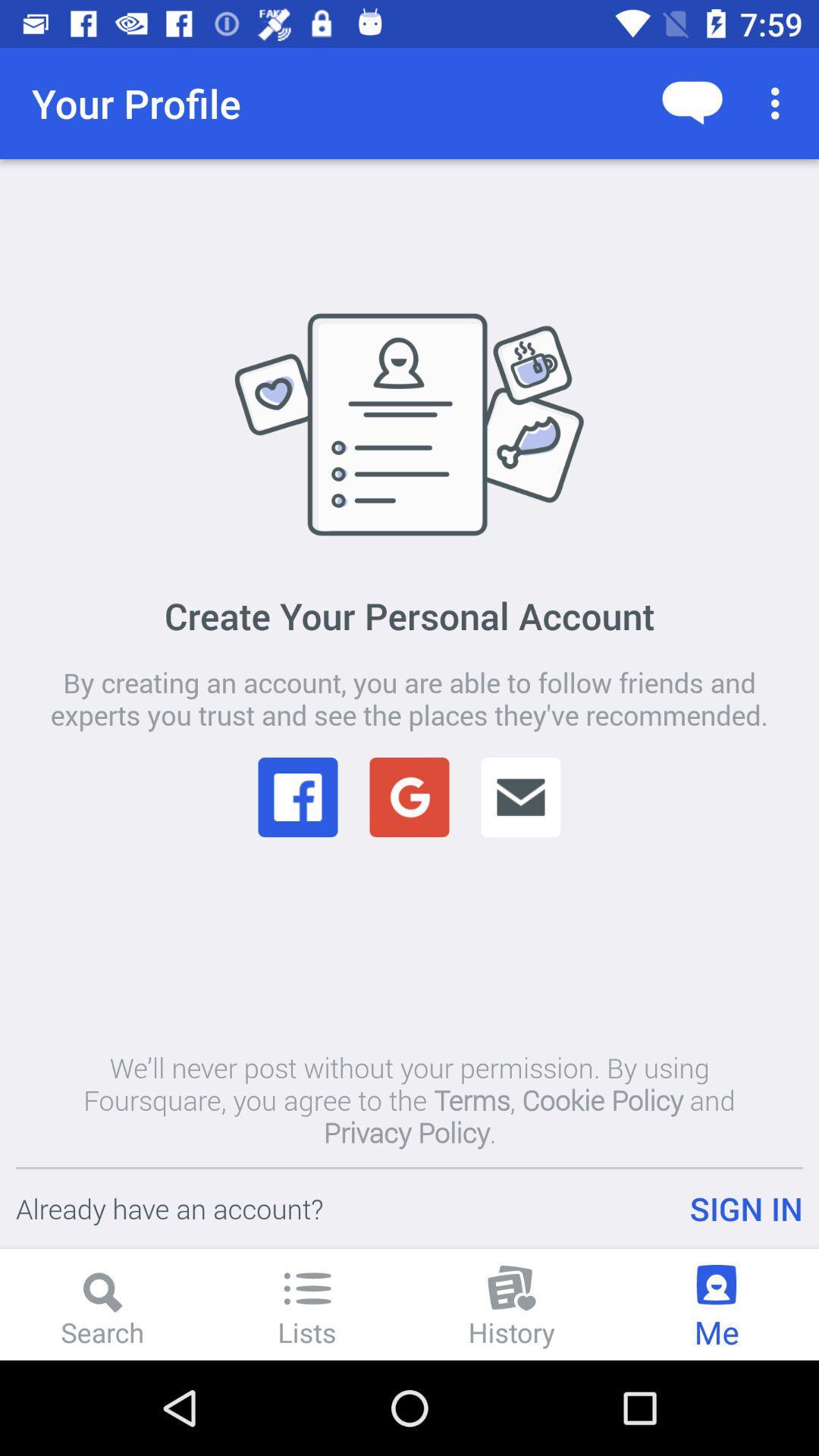 This screenshot has width=819, height=1456. I want to click on the email icon, so click(519, 796).